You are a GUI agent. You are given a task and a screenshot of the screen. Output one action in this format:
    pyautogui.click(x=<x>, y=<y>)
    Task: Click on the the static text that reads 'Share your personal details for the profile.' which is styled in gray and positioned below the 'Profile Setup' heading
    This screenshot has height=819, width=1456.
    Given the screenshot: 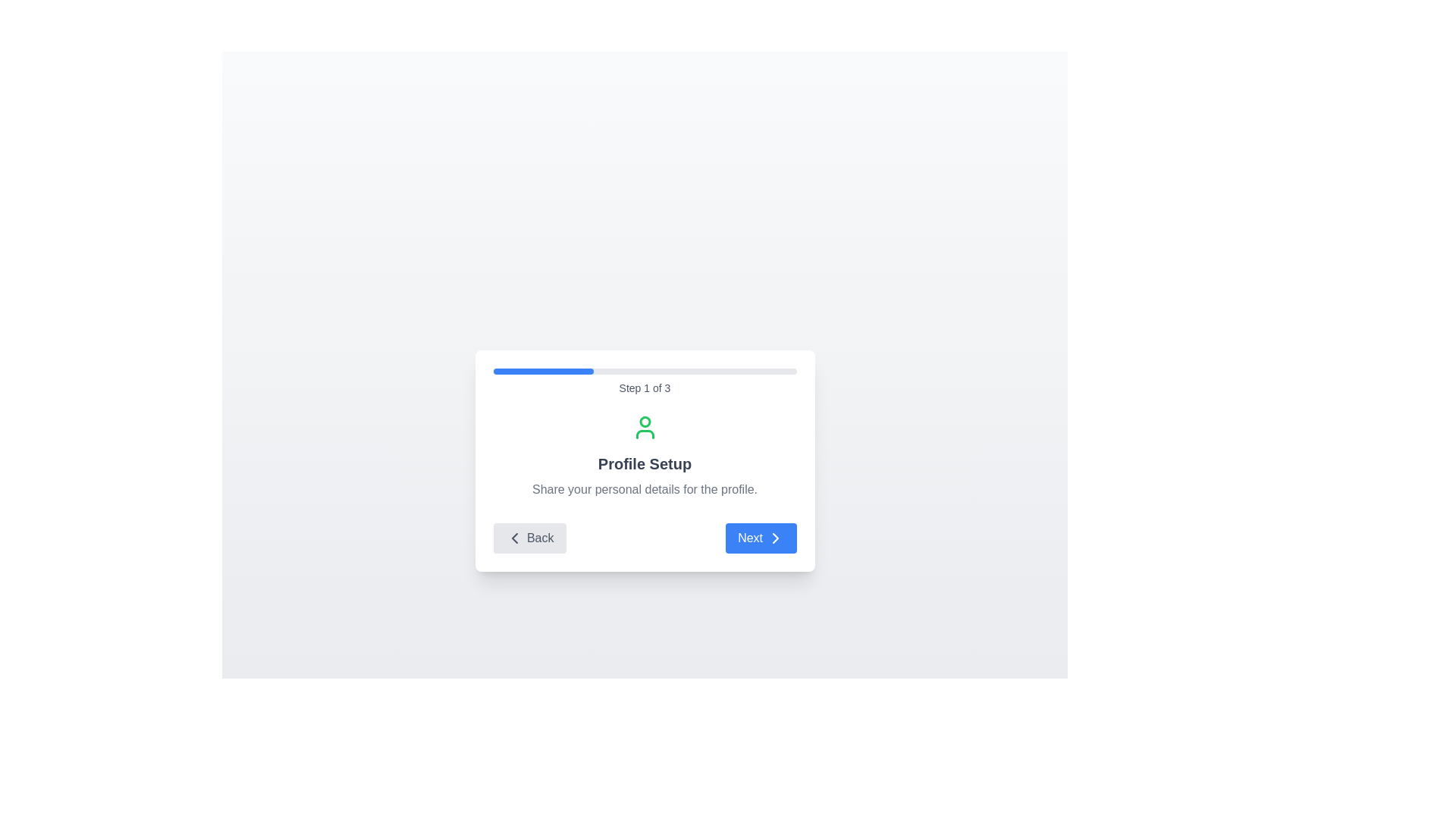 What is the action you would take?
    pyautogui.click(x=645, y=489)
    